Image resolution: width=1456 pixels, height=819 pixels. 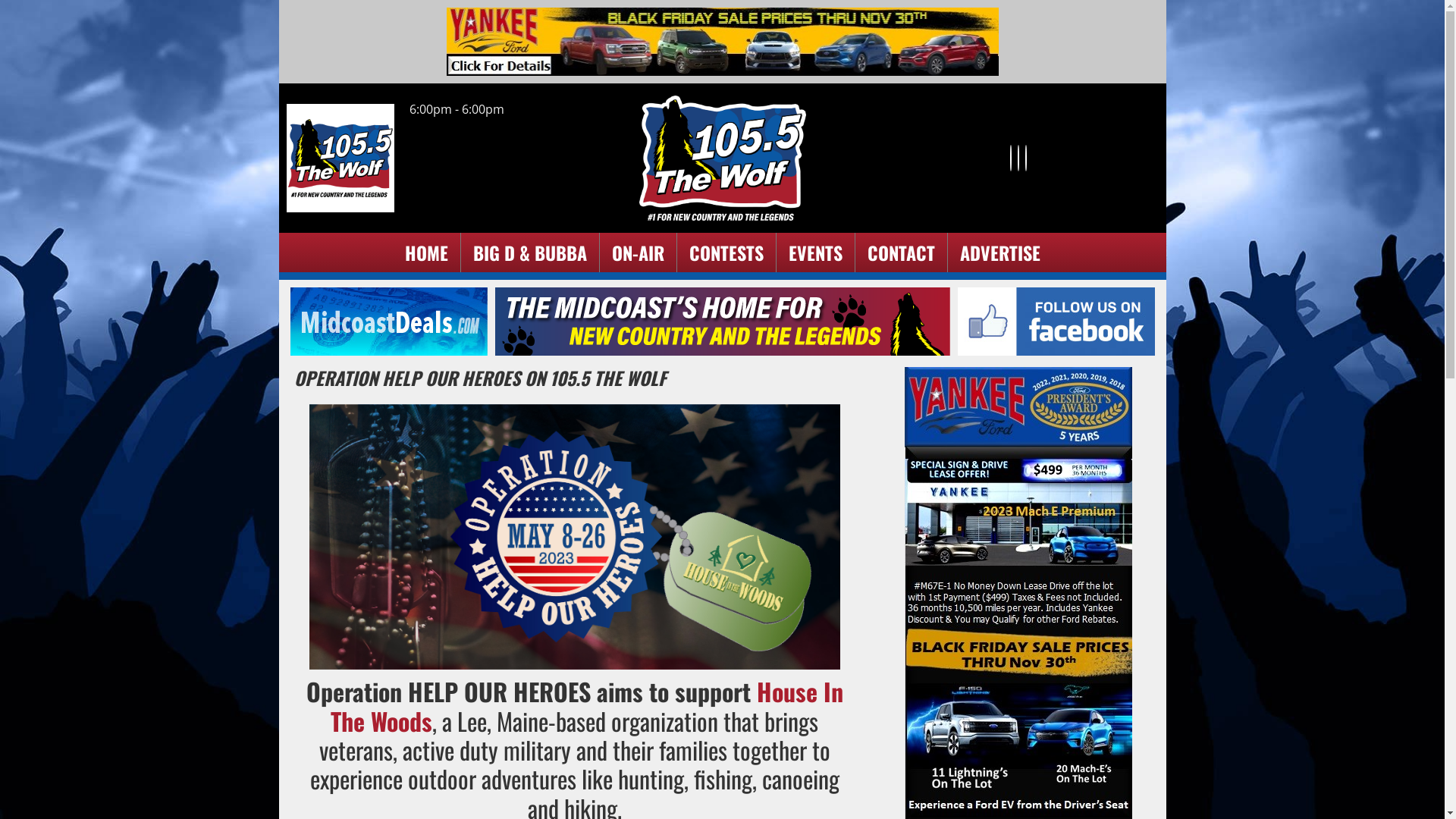 What do you see at coordinates (1000, 251) in the screenshot?
I see `'ADVERTISE'` at bounding box center [1000, 251].